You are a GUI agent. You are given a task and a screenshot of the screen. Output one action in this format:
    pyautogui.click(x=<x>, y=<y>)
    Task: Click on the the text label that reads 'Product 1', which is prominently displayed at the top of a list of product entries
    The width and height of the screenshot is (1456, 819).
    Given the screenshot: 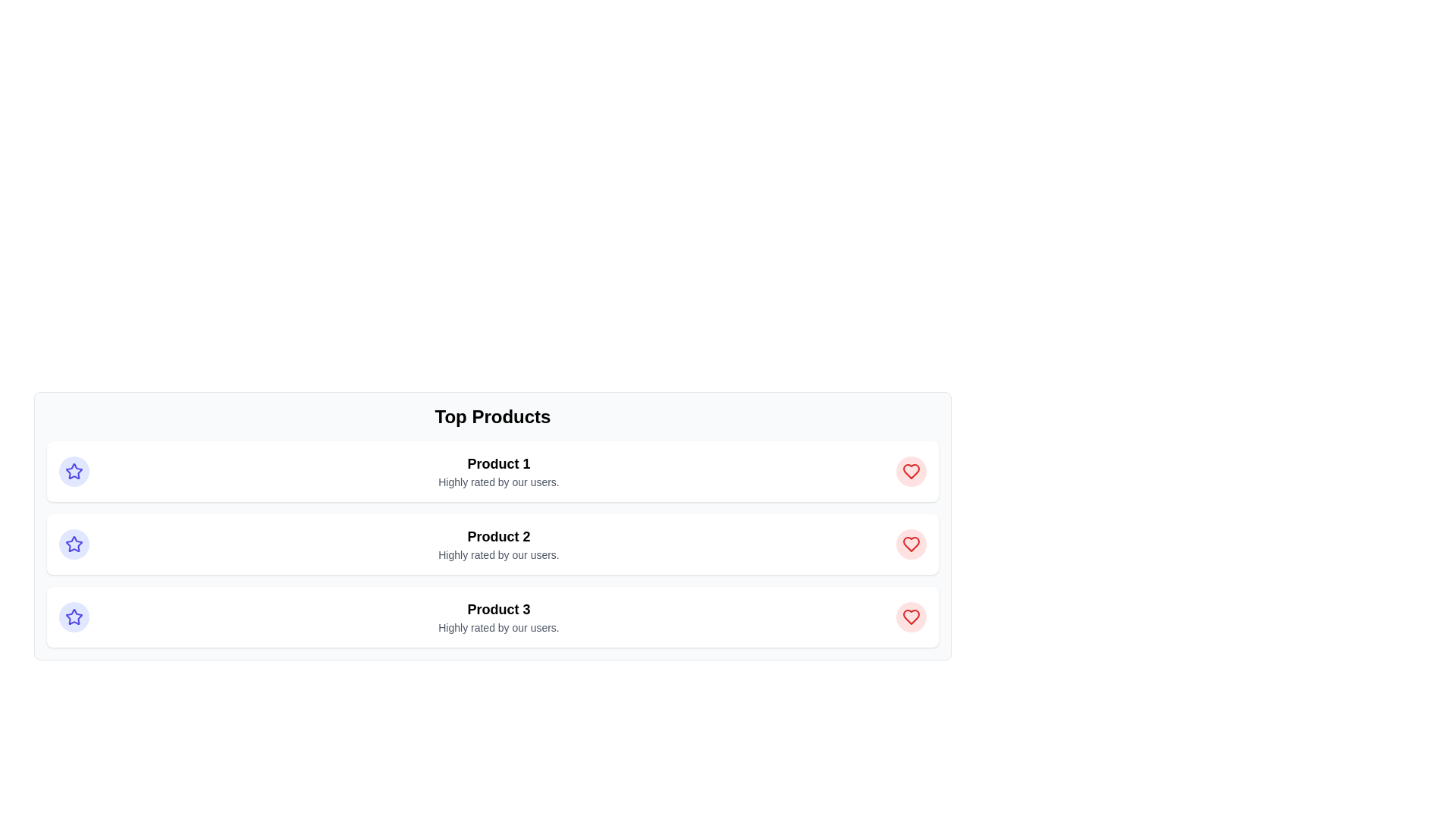 What is the action you would take?
    pyautogui.click(x=498, y=463)
    